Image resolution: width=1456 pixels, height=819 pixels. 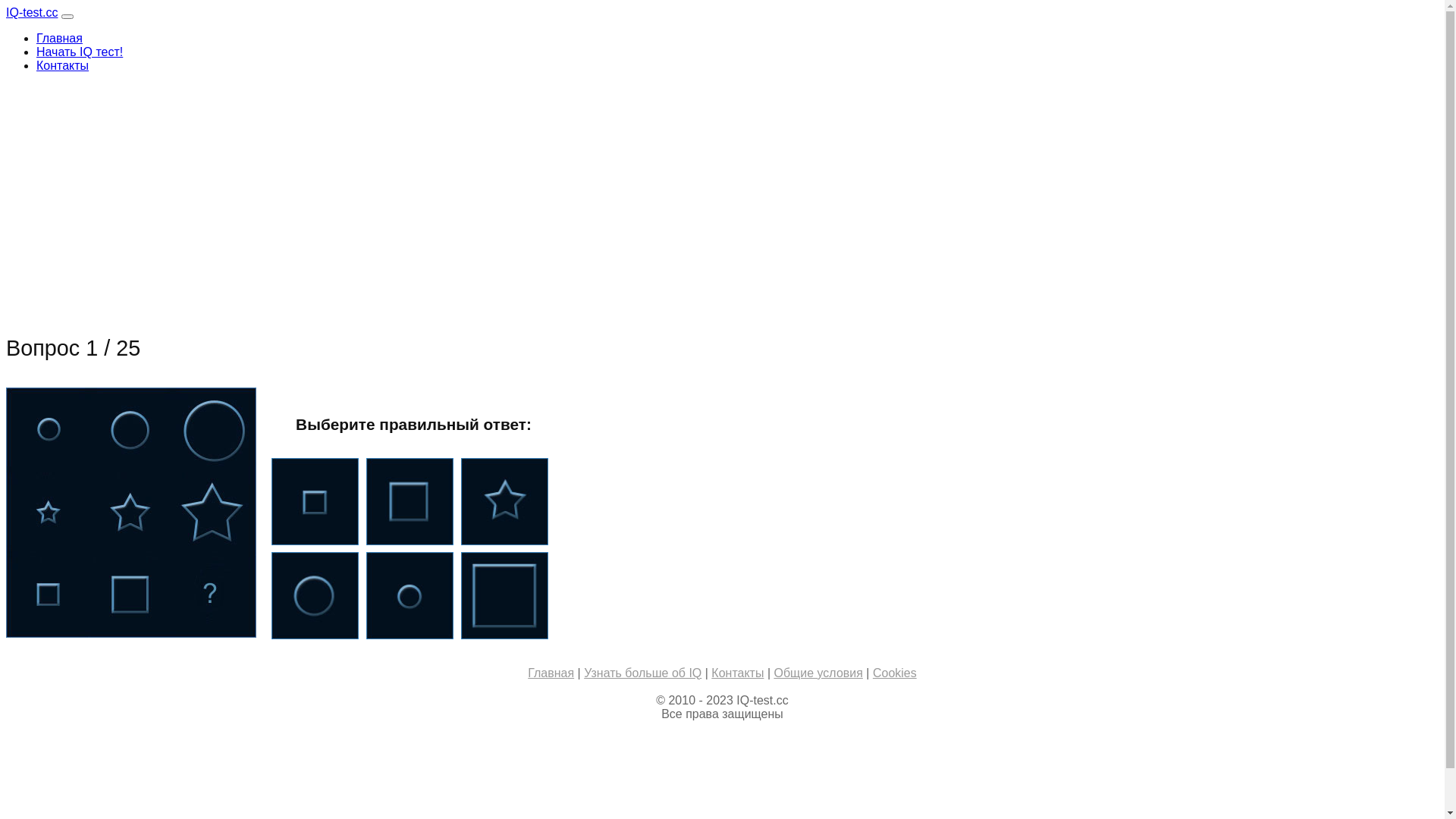 I want to click on 'Advertisement', so click(x=460, y=190).